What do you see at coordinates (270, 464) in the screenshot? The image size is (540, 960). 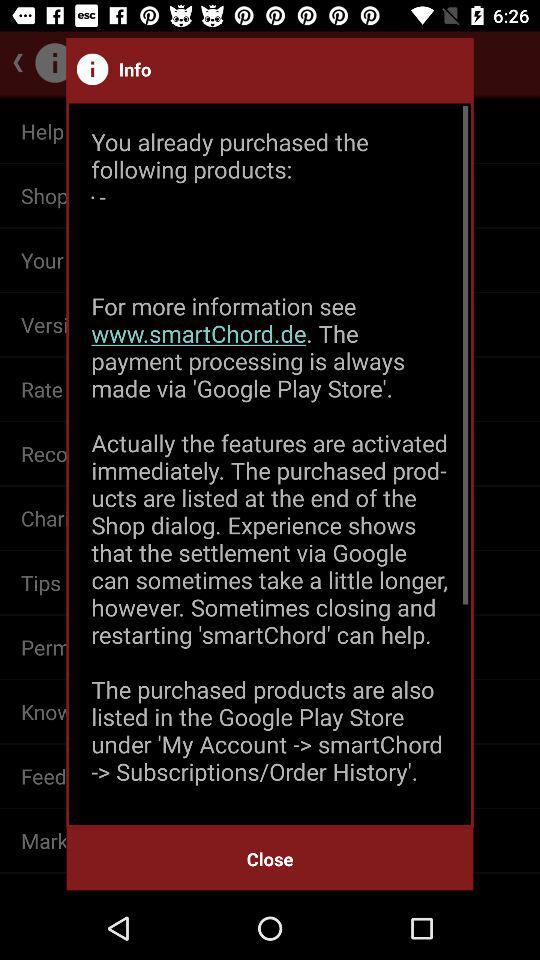 I see `the item above the close` at bounding box center [270, 464].